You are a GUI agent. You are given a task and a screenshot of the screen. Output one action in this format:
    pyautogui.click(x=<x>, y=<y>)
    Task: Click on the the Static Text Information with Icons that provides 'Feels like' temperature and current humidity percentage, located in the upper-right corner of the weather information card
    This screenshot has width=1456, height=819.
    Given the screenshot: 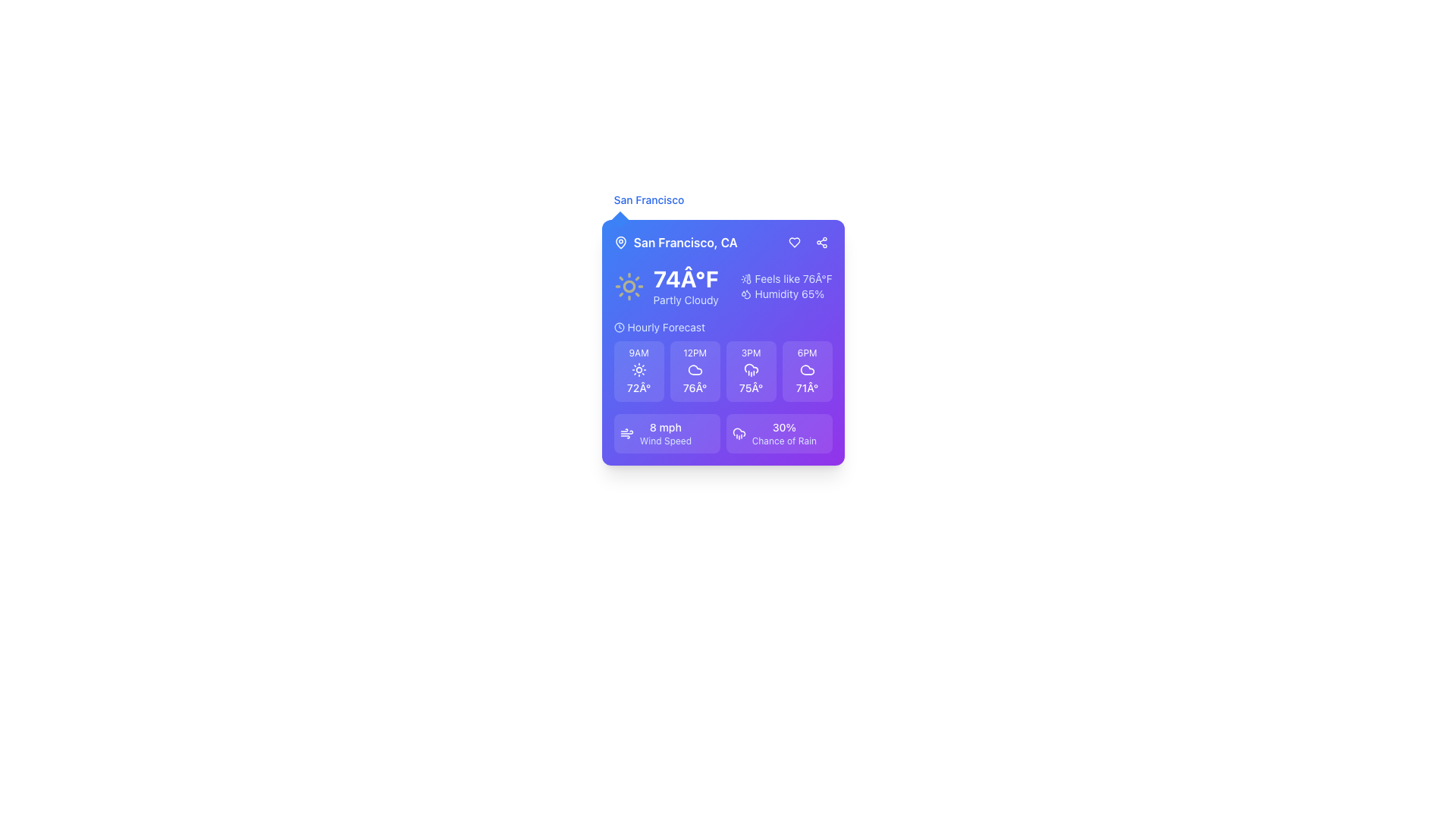 What is the action you would take?
    pyautogui.click(x=786, y=287)
    